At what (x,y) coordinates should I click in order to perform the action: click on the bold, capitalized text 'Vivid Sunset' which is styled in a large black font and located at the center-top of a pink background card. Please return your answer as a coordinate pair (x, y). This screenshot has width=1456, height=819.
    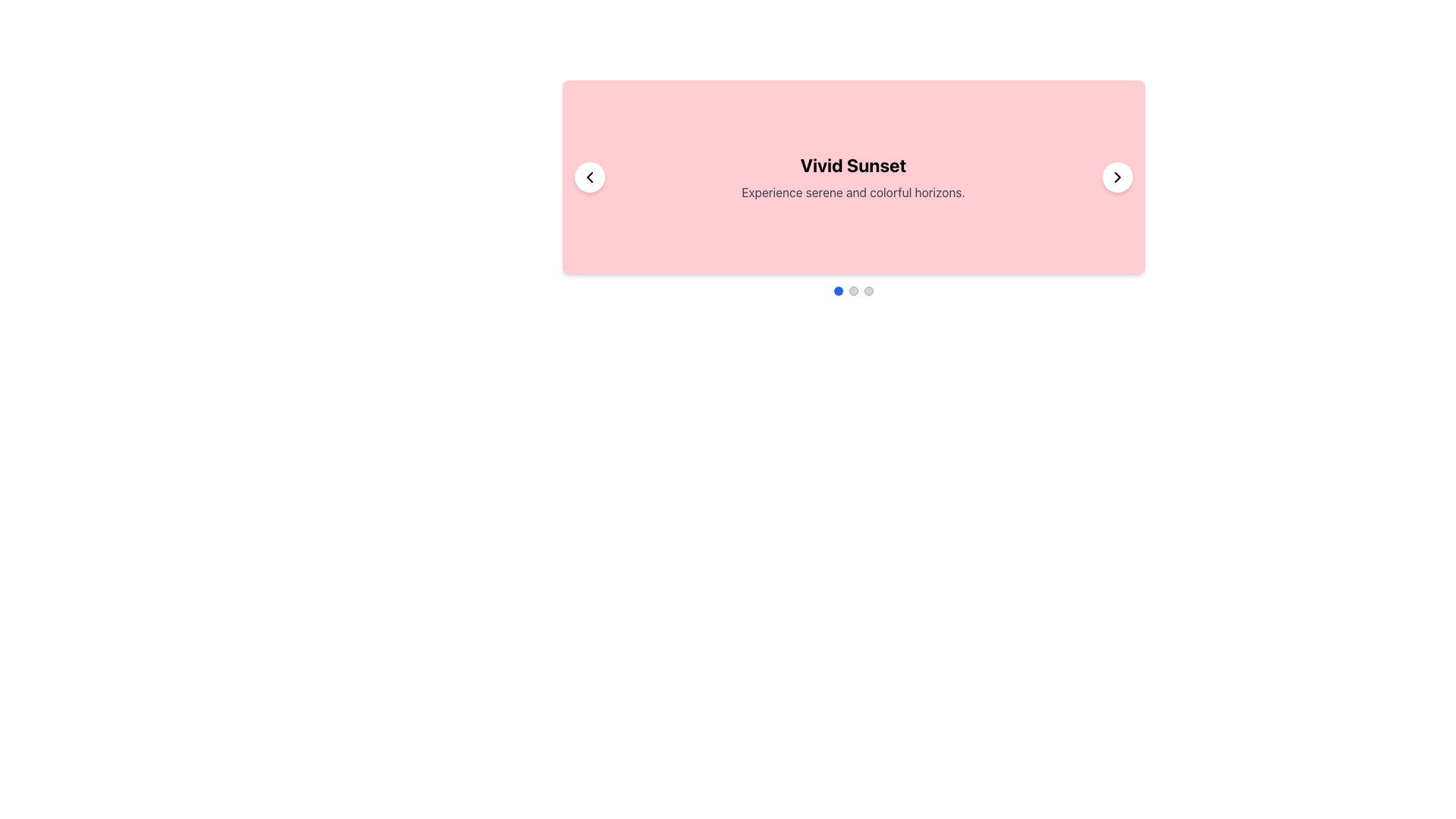
    Looking at the image, I should click on (853, 165).